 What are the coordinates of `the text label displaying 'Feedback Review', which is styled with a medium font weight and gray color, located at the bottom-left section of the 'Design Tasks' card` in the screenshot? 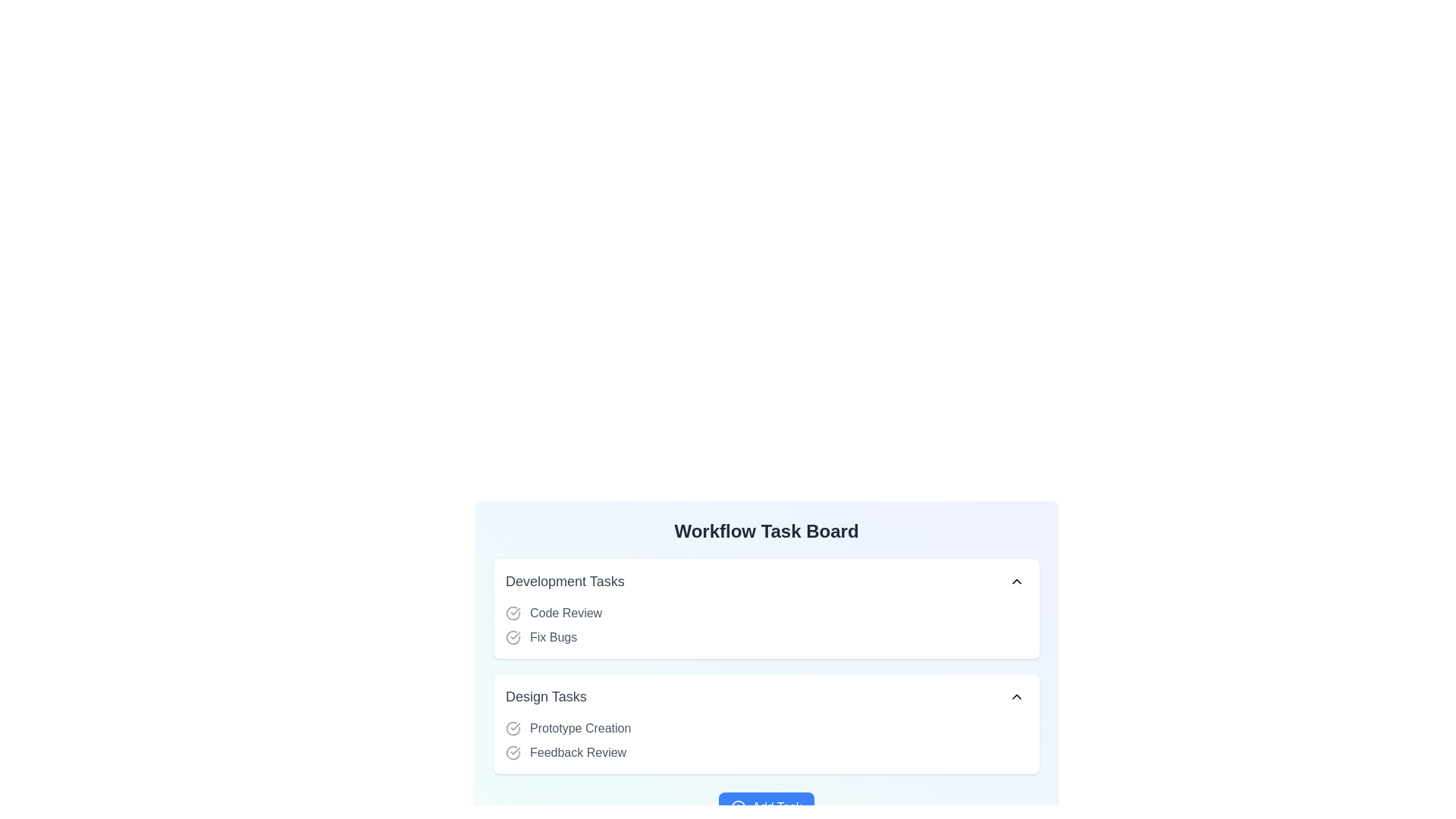 It's located at (577, 752).